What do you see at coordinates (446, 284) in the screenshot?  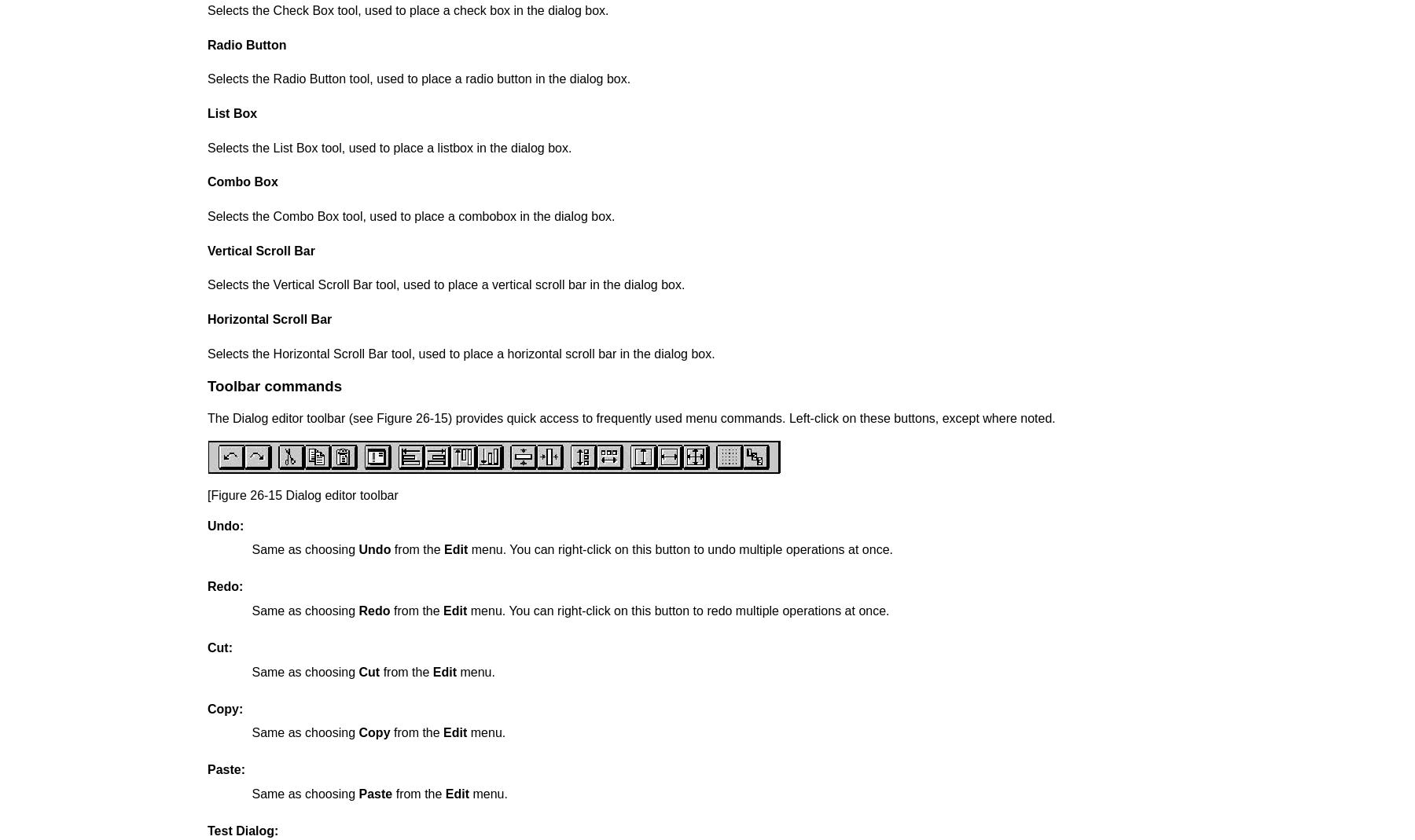 I see `'Selects the Vertical Scroll Bar tool, used to place a vertical scroll bar 
in the dialog box.'` at bounding box center [446, 284].